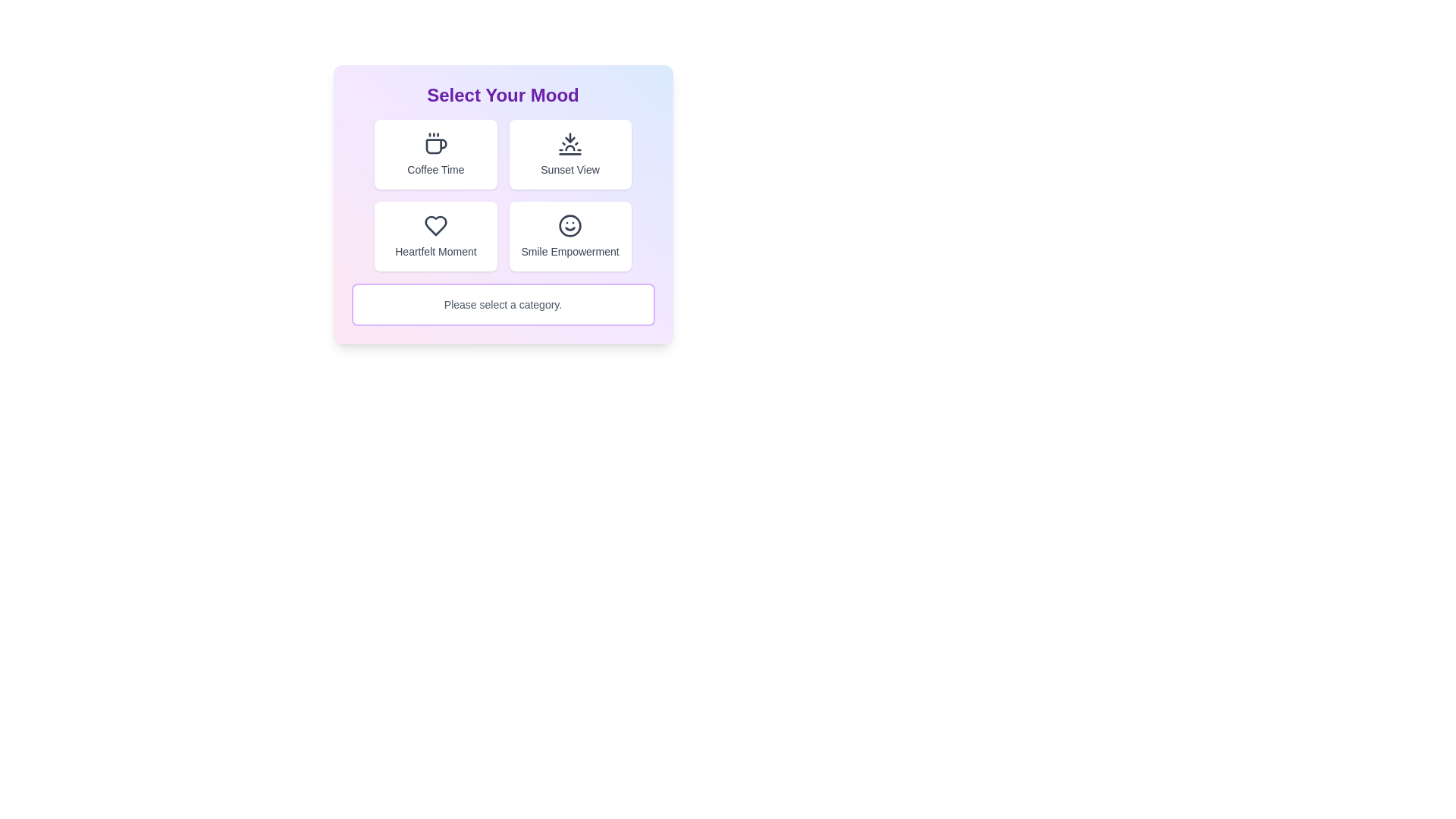 This screenshot has height=819, width=1456. What do you see at coordinates (570, 143) in the screenshot?
I see `the sunset icon located in the upper-center portion of the 'Sunset View' button within the grid of options` at bounding box center [570, 143].